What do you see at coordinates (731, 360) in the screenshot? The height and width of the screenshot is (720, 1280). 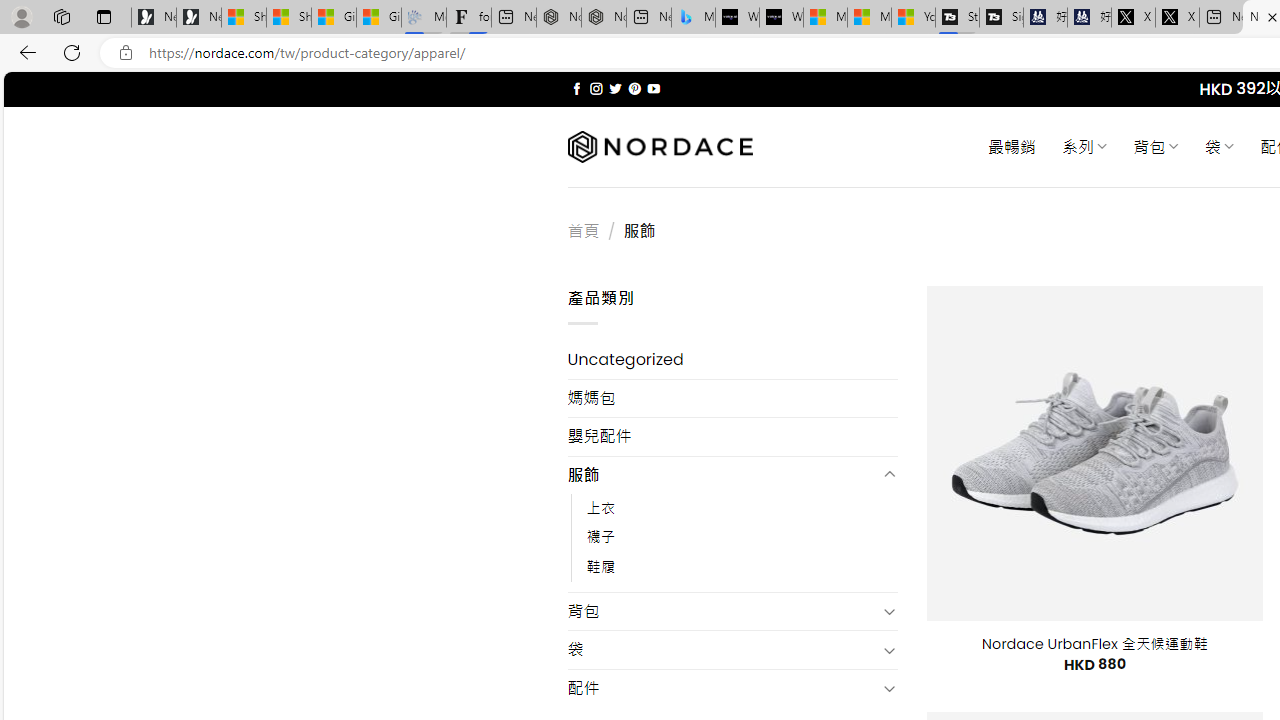 I see `'Uncategorized'` at bounding box center [731, 360].